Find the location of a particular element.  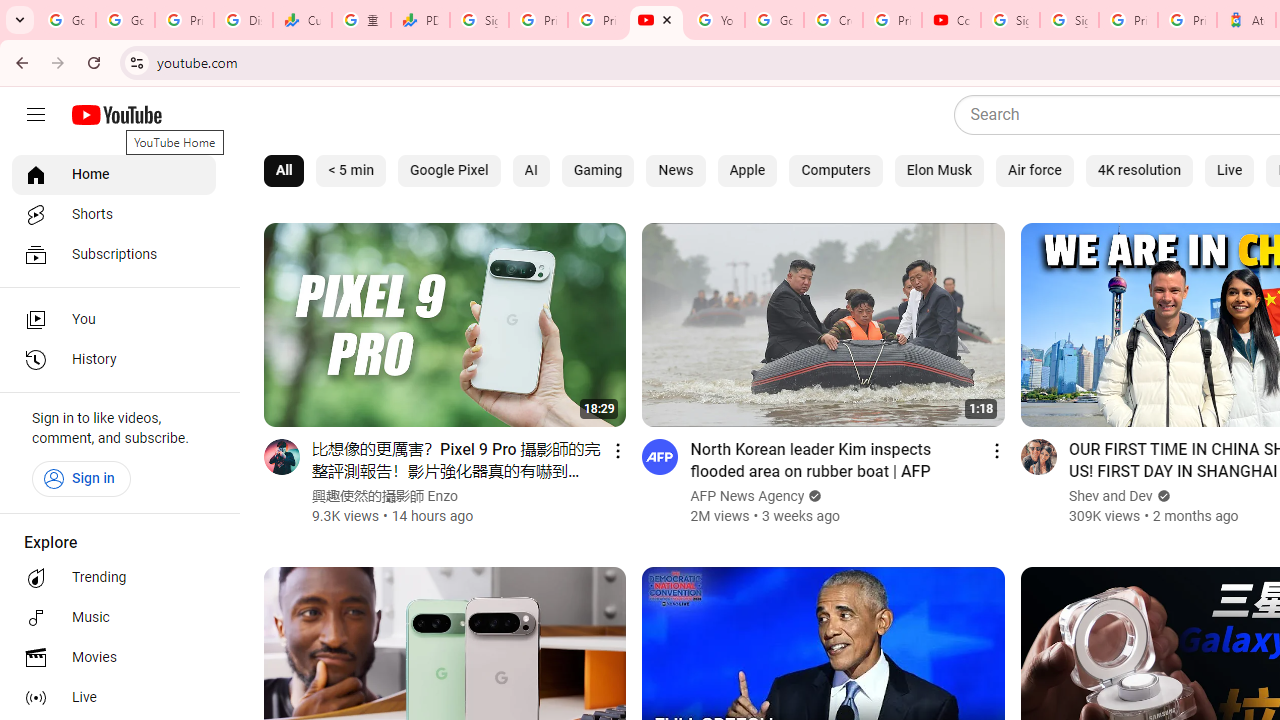

'Trending' is located at coordinates (112, 578).